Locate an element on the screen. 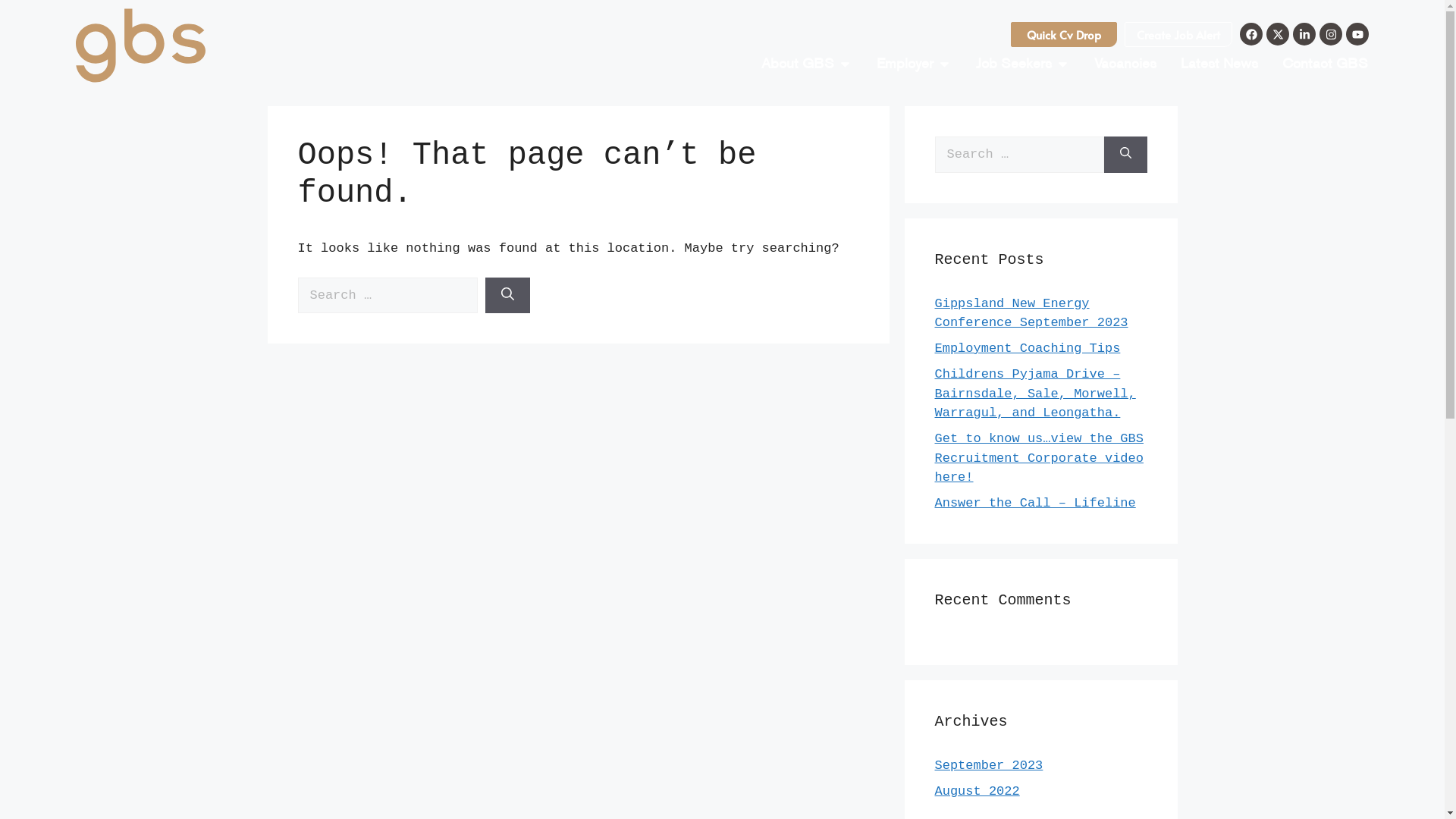  'Vacancies' is located at coordinates (1094, 63).